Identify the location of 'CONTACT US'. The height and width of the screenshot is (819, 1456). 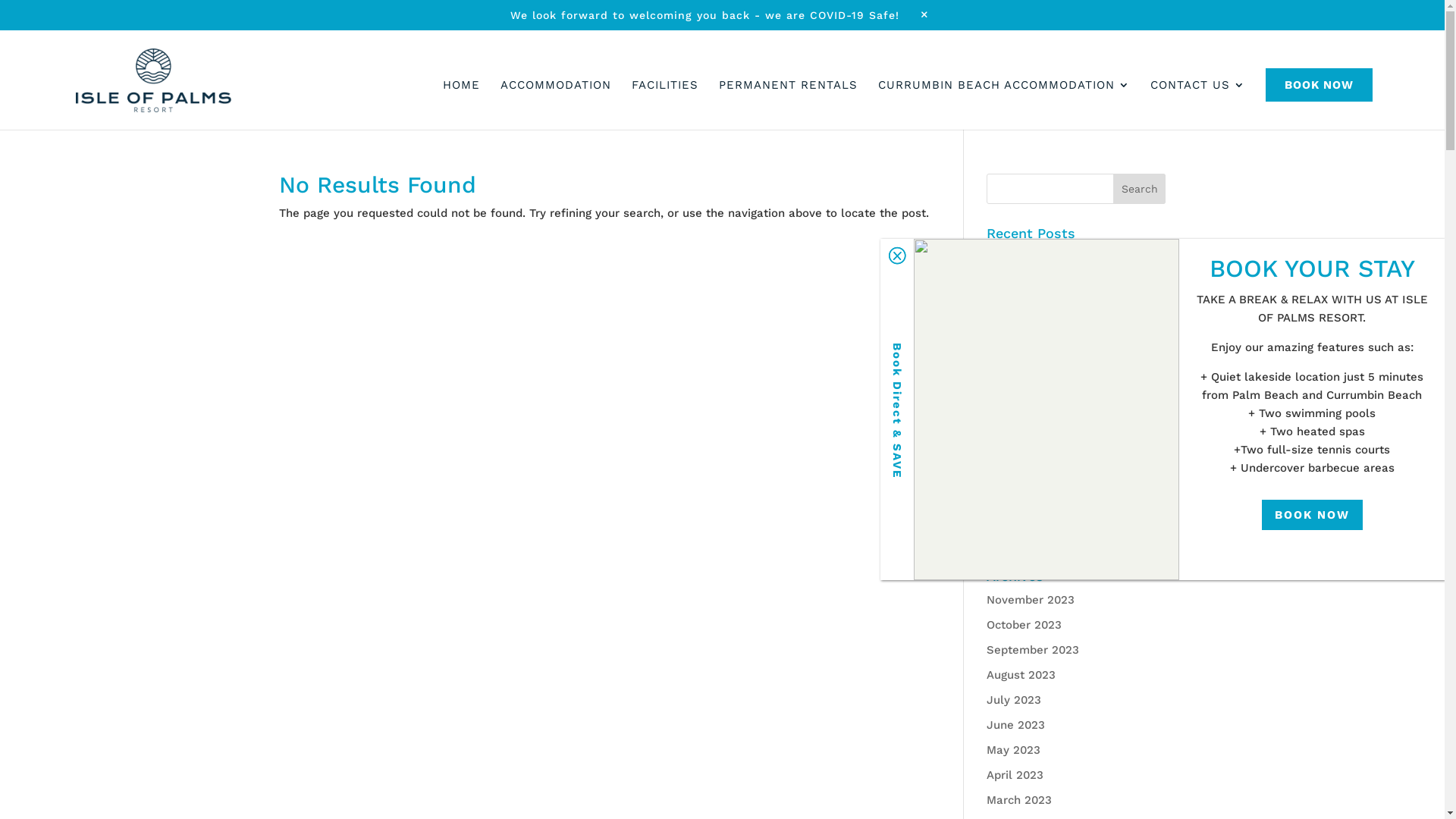
(1197, 93).